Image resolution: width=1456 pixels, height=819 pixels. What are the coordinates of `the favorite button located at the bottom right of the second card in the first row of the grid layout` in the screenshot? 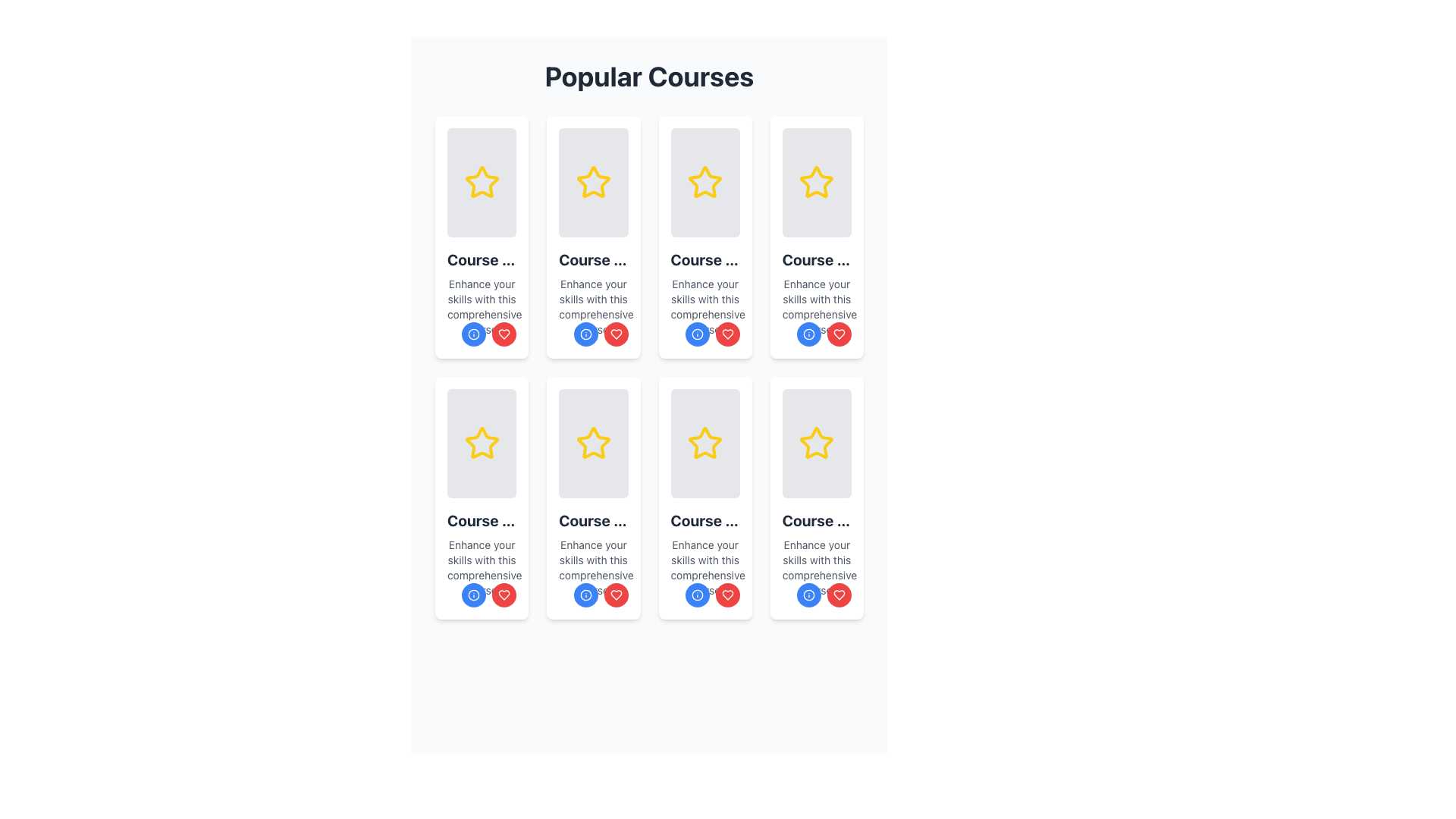 It's located at (616, 333).